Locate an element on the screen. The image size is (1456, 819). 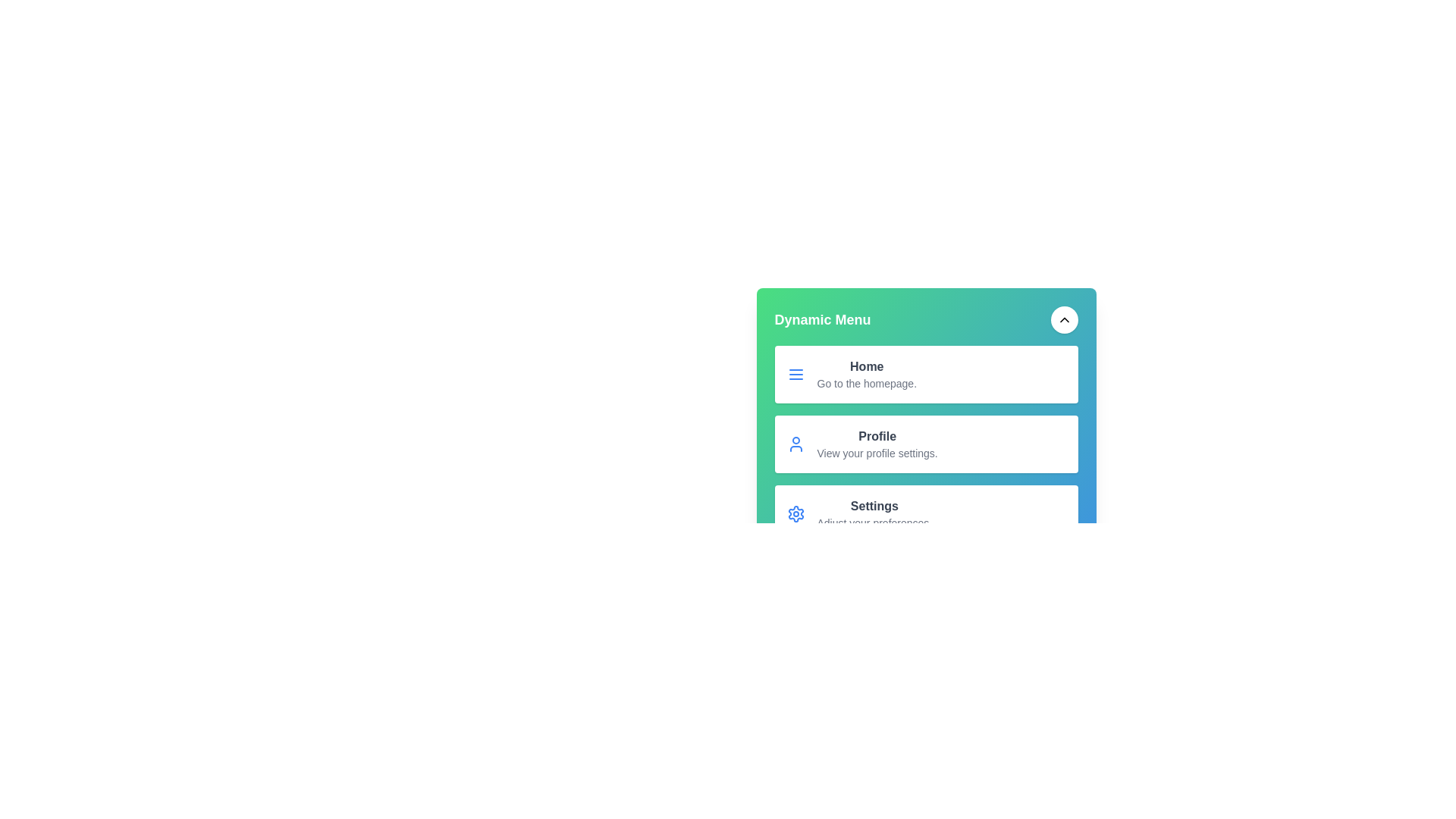
the 'Settings' text component is located at coordinates (874, 513).